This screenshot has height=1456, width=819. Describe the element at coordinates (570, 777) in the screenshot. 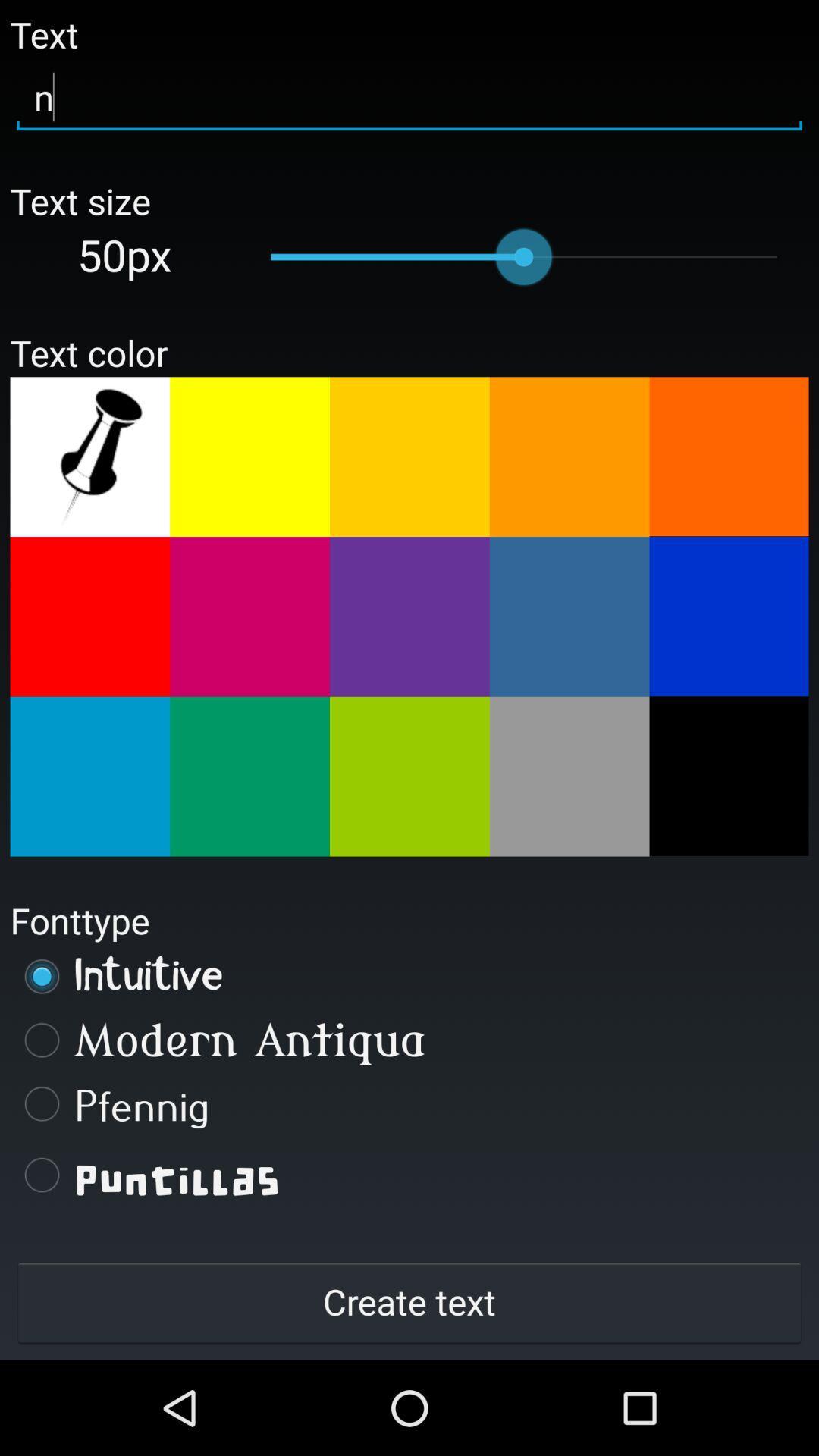

I see `choose gray text color` at that location.